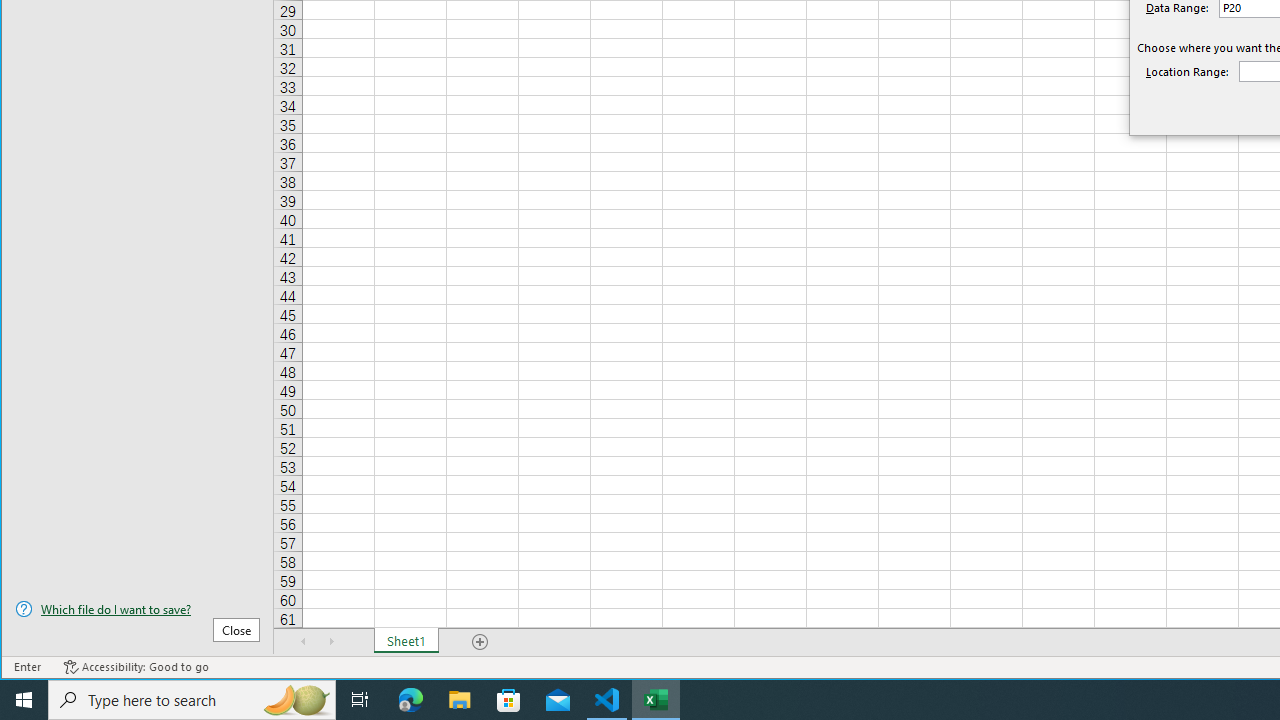  Describe the element at coordinates (136, 608) in the screenshot. I see `'Which file do I want to save?'` at that location.